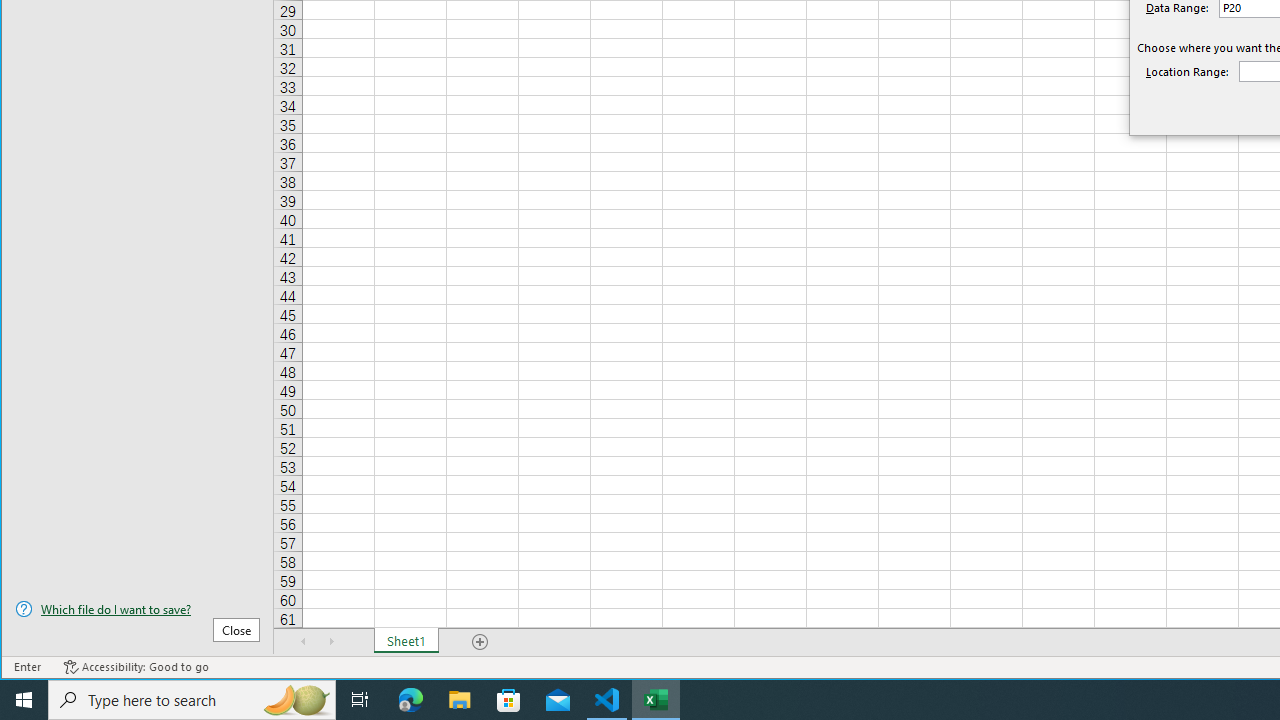  Describe the element at coordinates (136, 608) in the screenshot. I see `'Which file do I want to save?'` at that location.